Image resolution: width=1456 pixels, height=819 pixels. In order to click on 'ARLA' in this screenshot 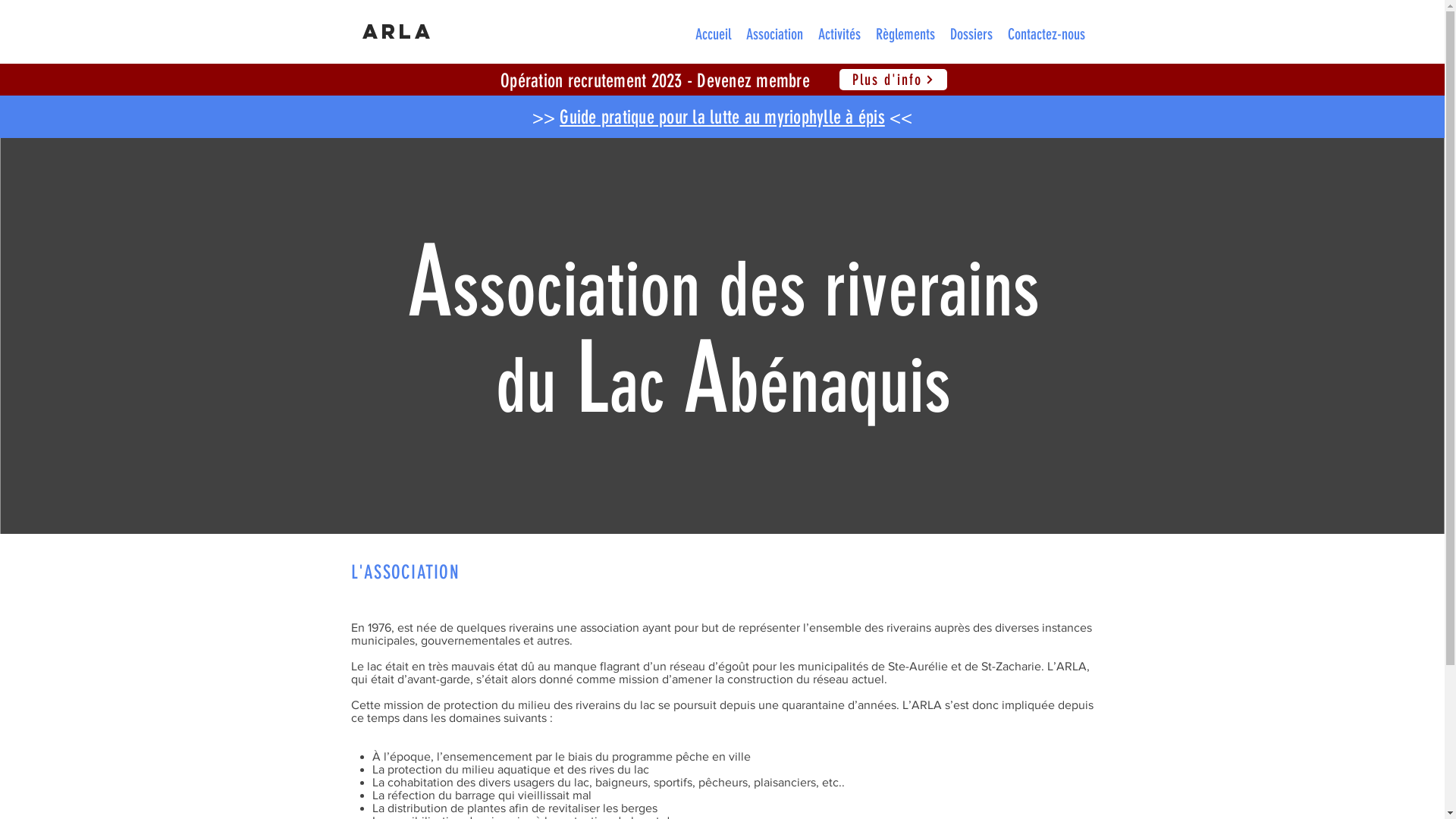, I will do `click(397, 32)`.